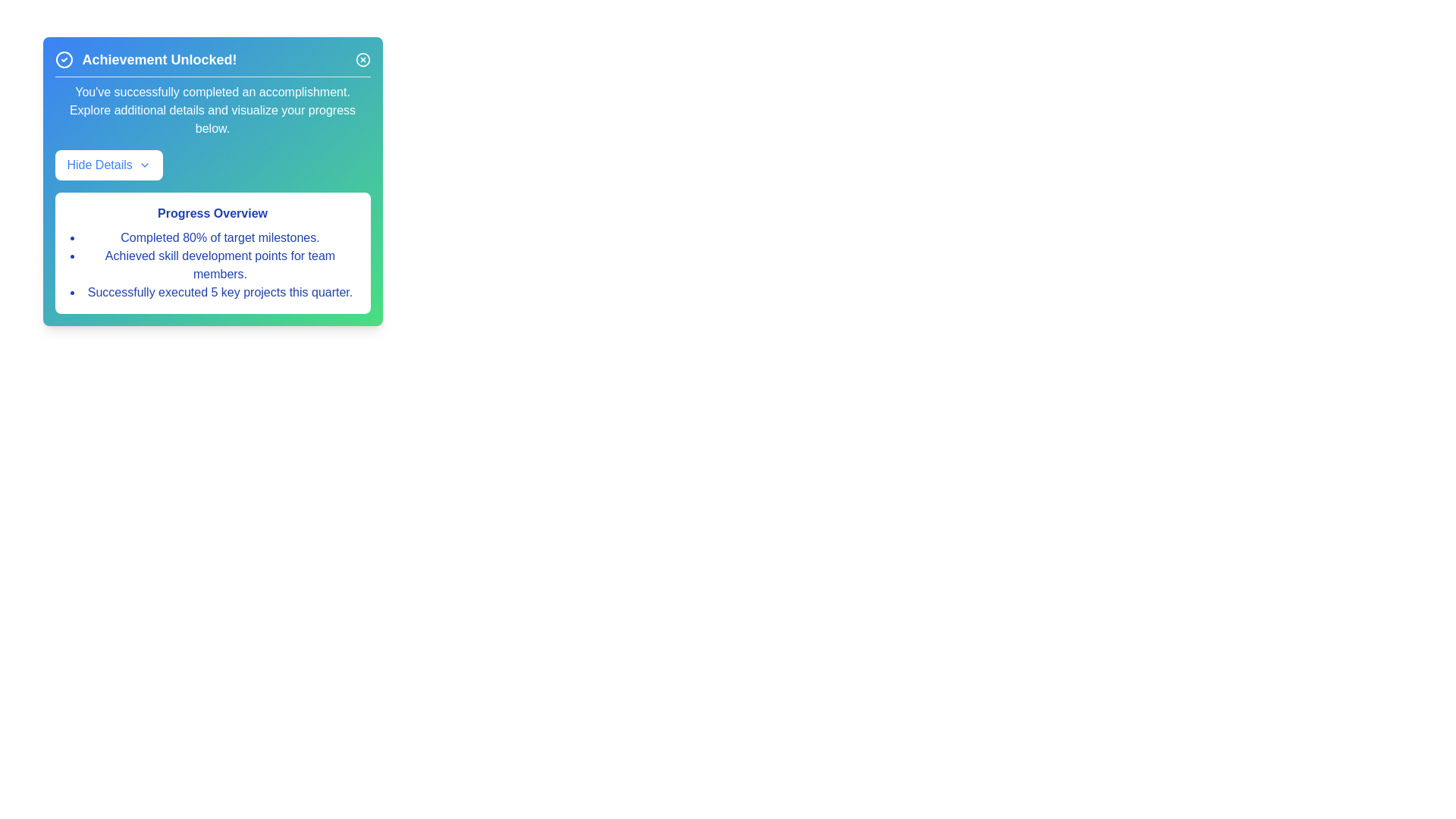 This screenshot has width=1456, height=819. I want to click on the 'Hide Details' button to toggle the visibility of the additional details section, so click(108, 165).